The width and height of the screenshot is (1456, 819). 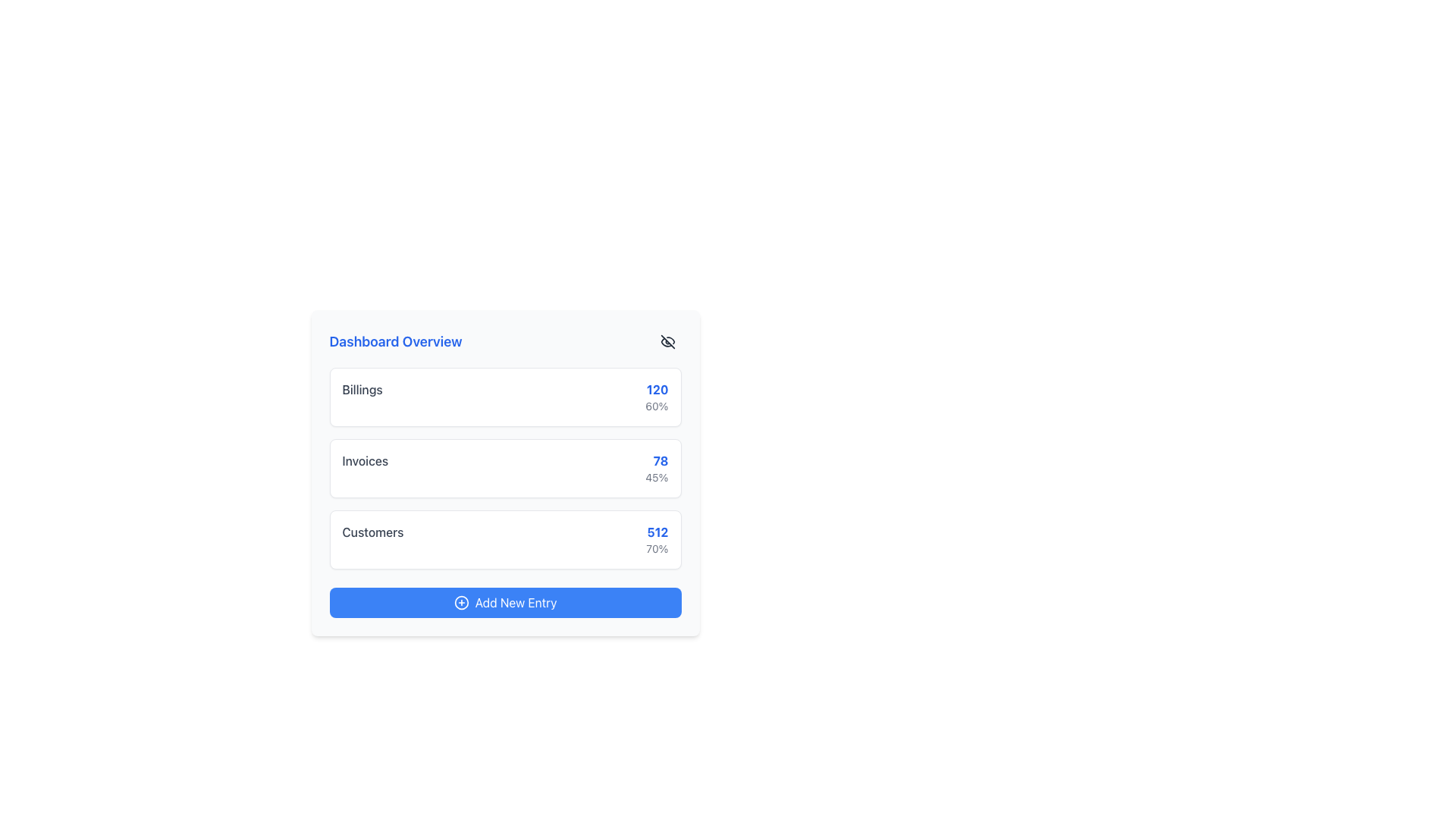 I want to click on the text label displaying the percentage value associated with the 'Invoices' count, which is positioned directly below the number '78.', so click(x=657, y=476).